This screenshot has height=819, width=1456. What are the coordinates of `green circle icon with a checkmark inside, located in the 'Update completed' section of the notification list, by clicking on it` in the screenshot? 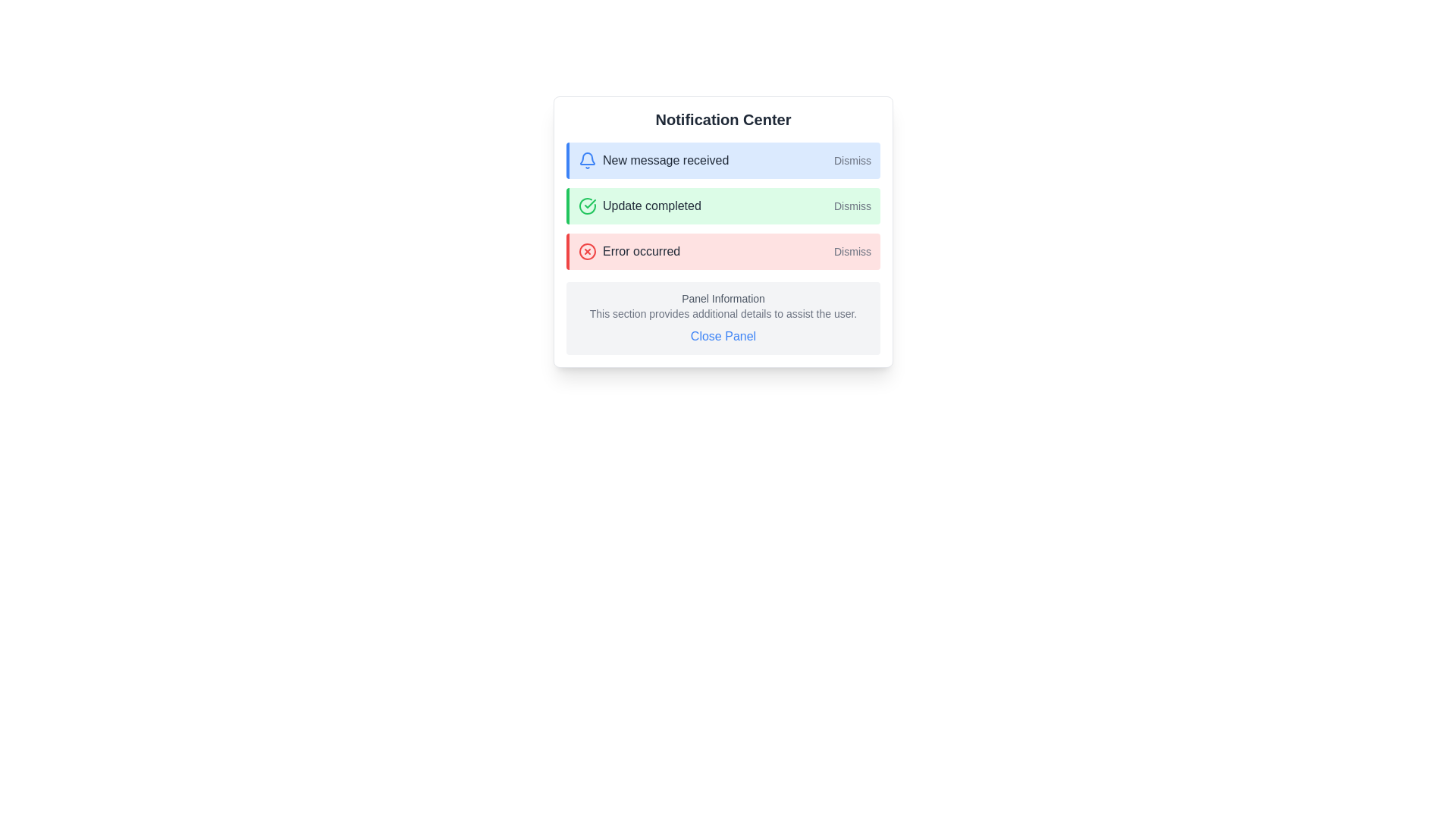 It's located at (586, 206).